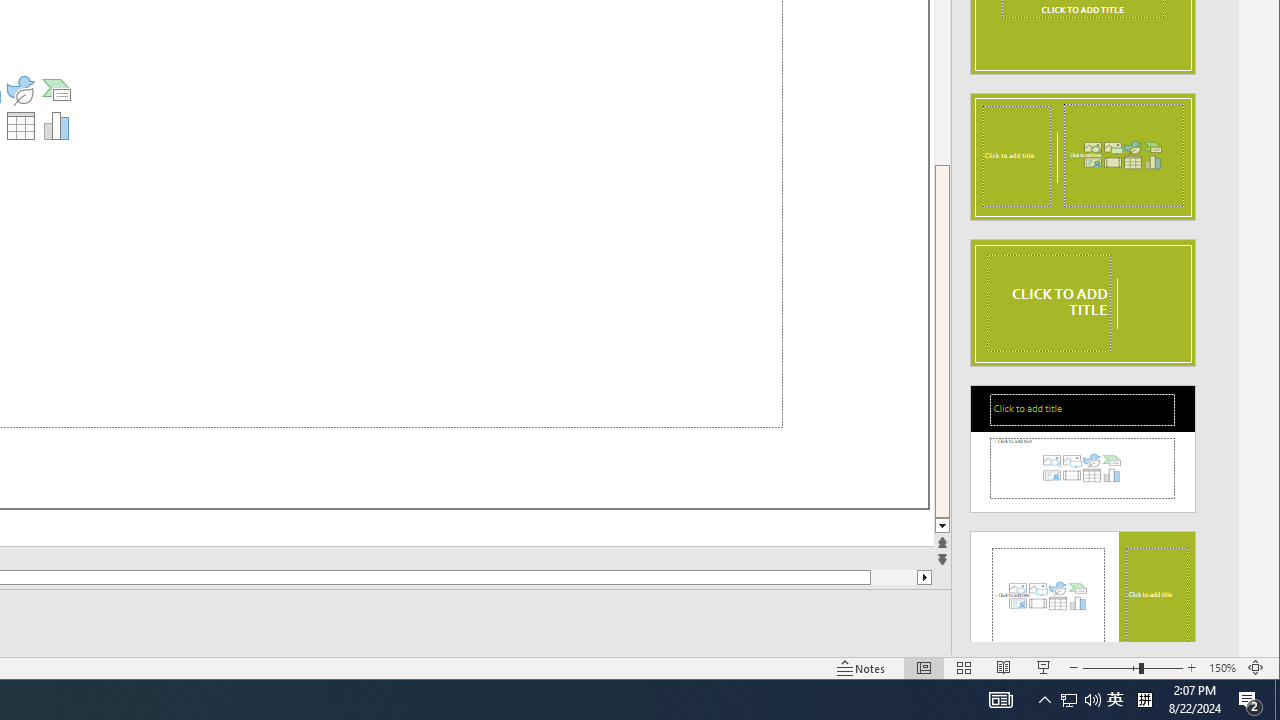  I want to click on 'Insert an Icon', so click(21, 90).